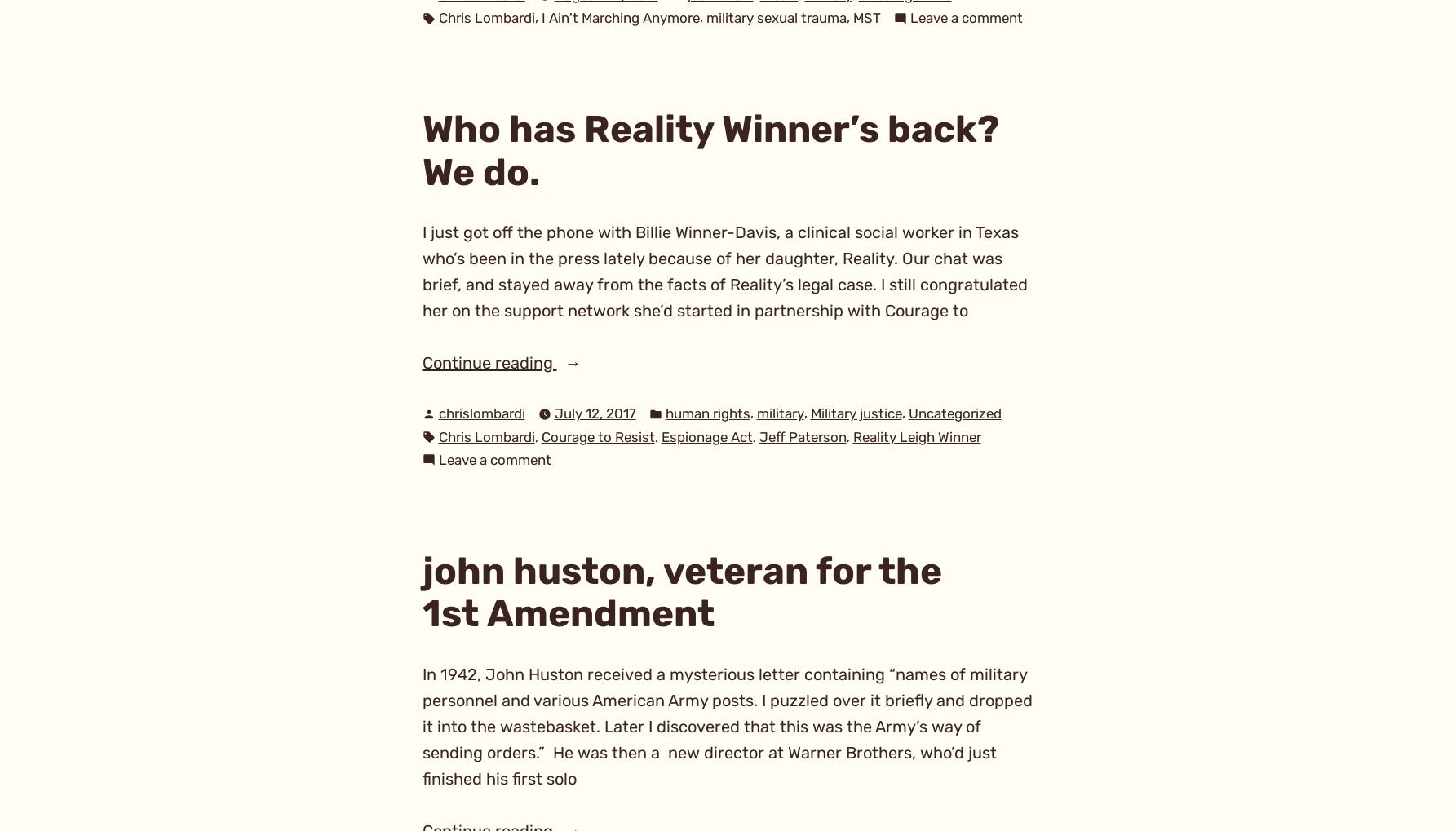  Describe the element at coordinates (706, 412) in the screenshot. I see `'human rights'` at that location.